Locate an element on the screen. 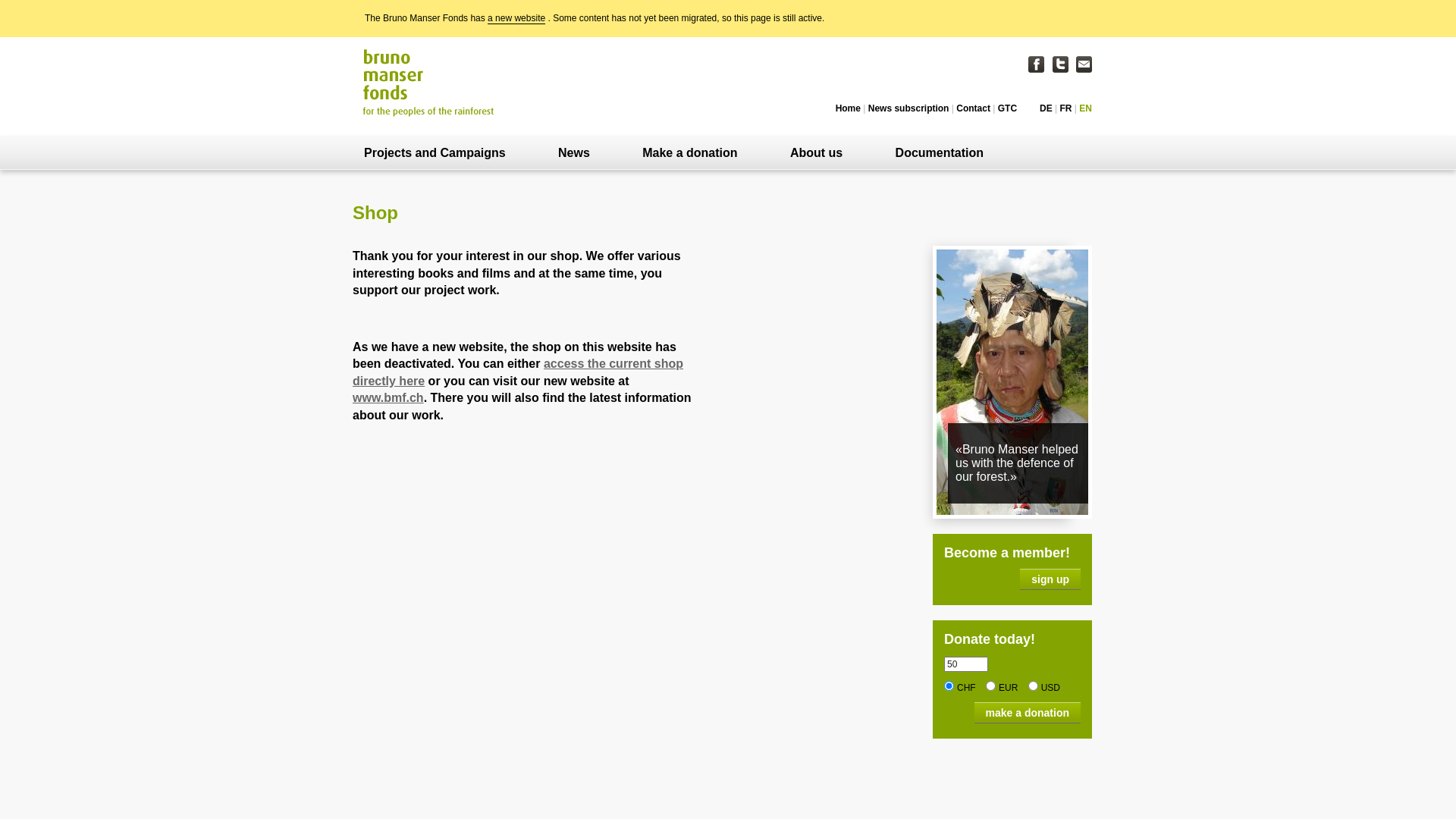 This screenshot has width=1456, height=819. 'make a donation' is located at coordinates (1027, 713).